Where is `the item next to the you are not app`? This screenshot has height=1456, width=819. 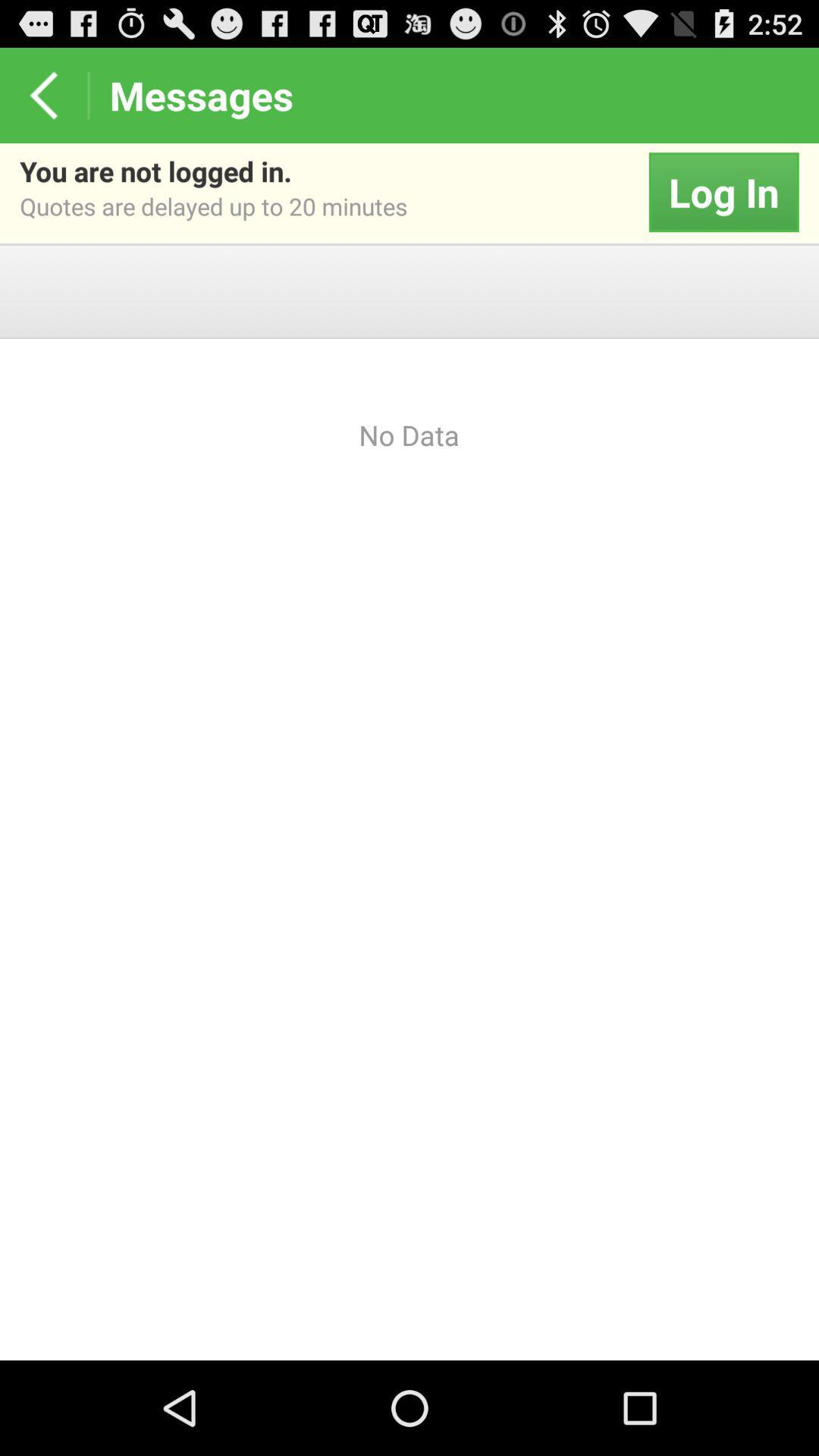
the item next to the you are not app is located at coordinates (723, 192).